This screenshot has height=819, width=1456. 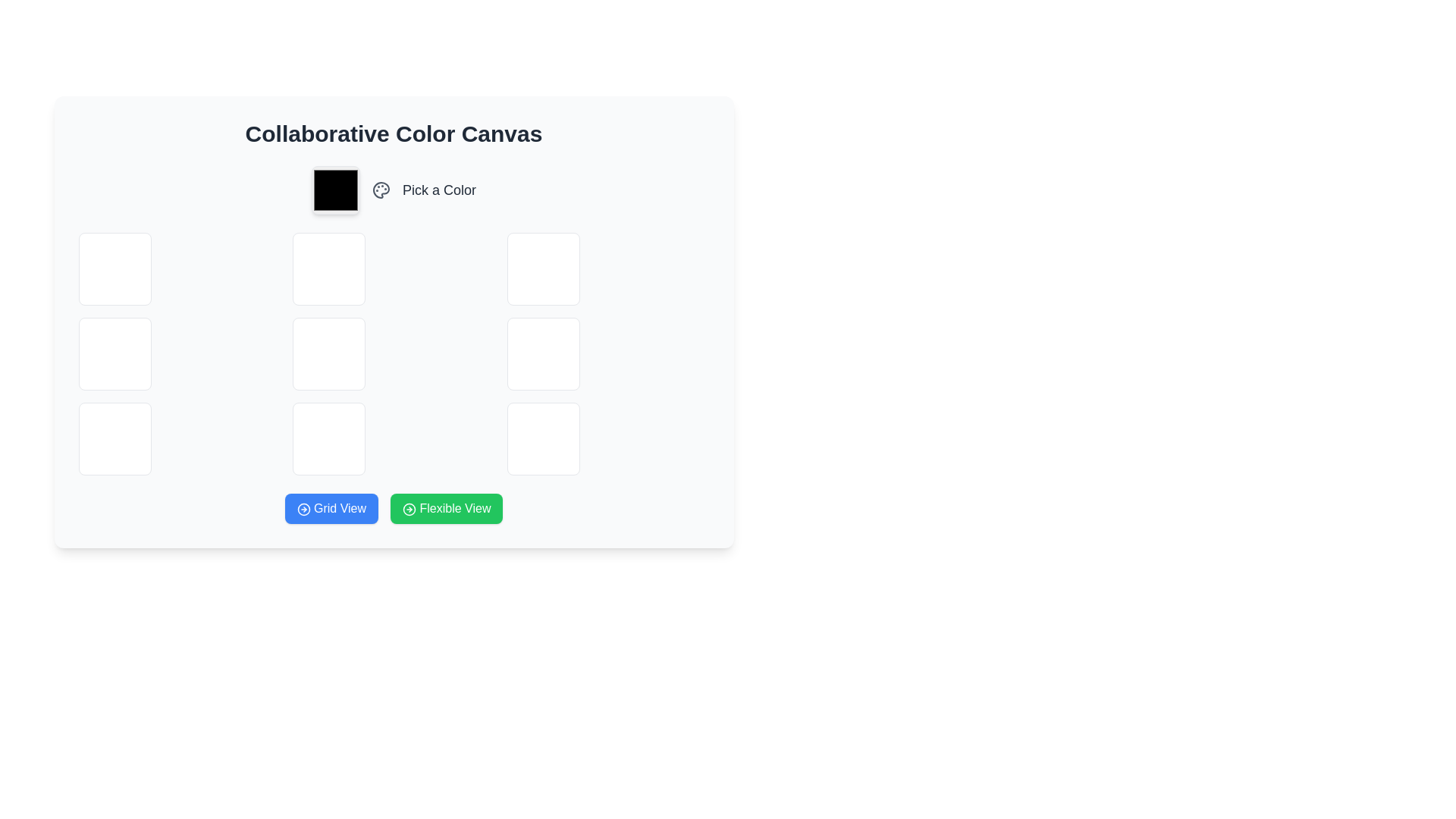 What do you see at coordinates (381, 189) in the screenshot?
I see `the symbolic palette icon, which is located to the right of the black color box and aligned horizontally with the 'Pick a Color.' label` at bounding box center [381, 189].